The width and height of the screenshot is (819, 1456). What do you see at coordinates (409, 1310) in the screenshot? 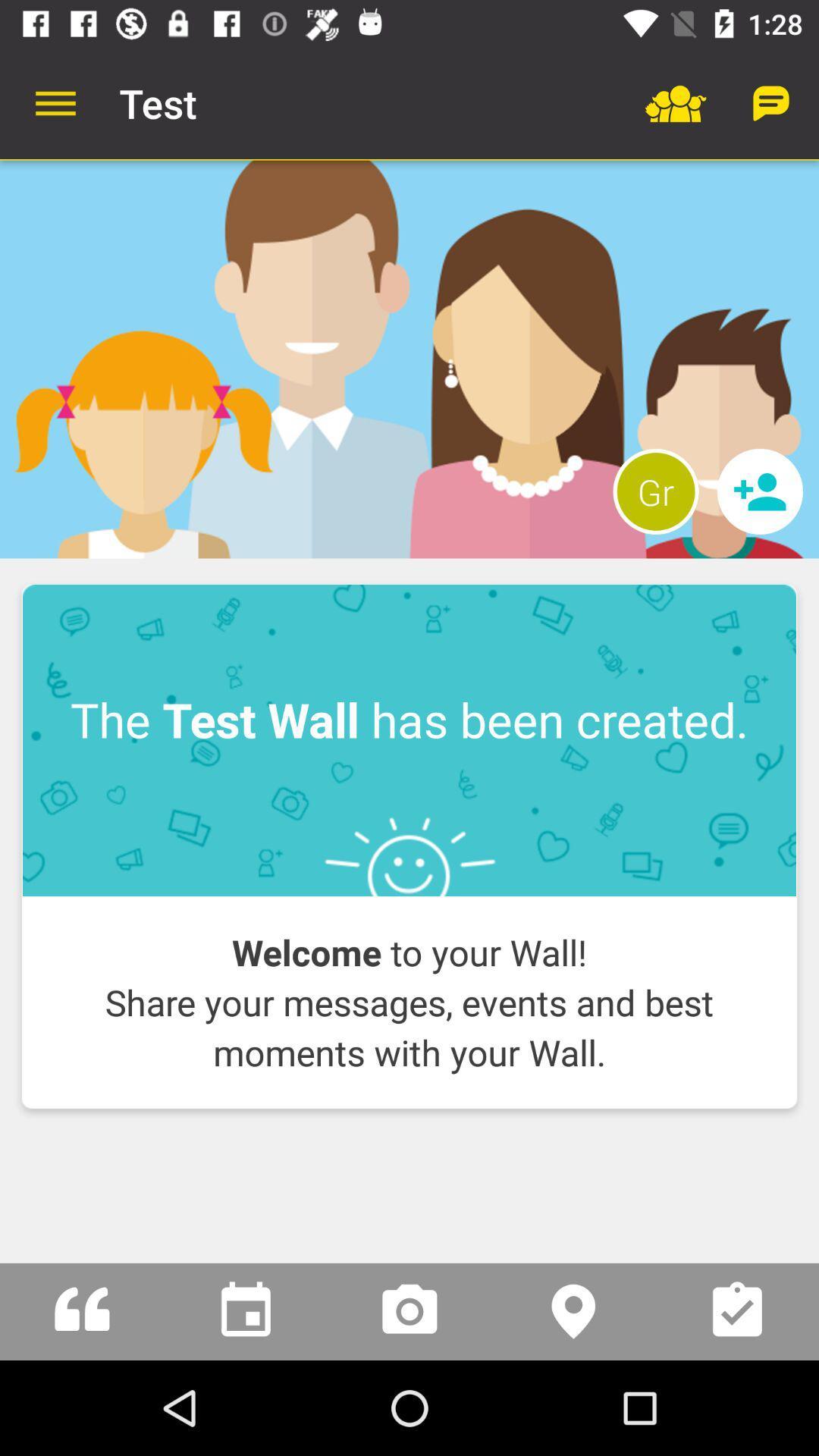
I see `share photos` at bounding box center [409, 1310].